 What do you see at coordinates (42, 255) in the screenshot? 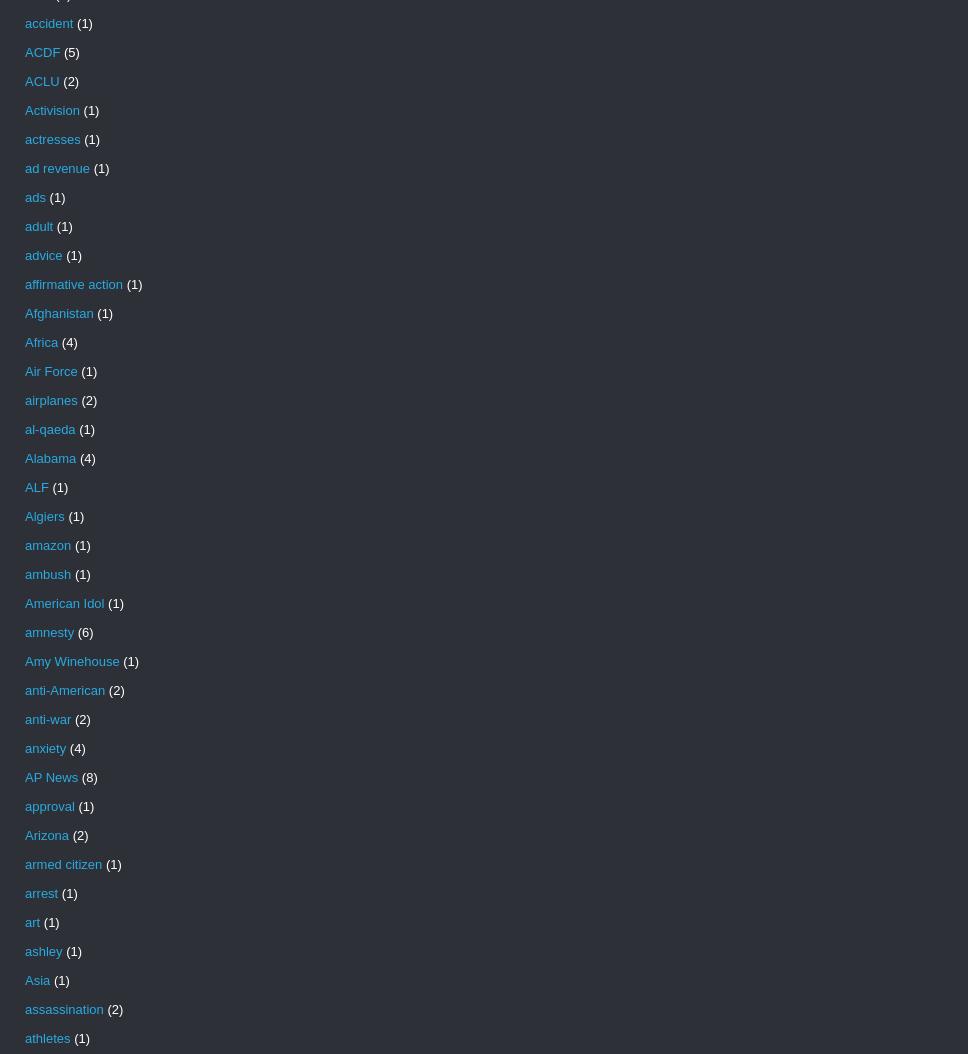
I see `'advice'` at bounding box center [42, 255].